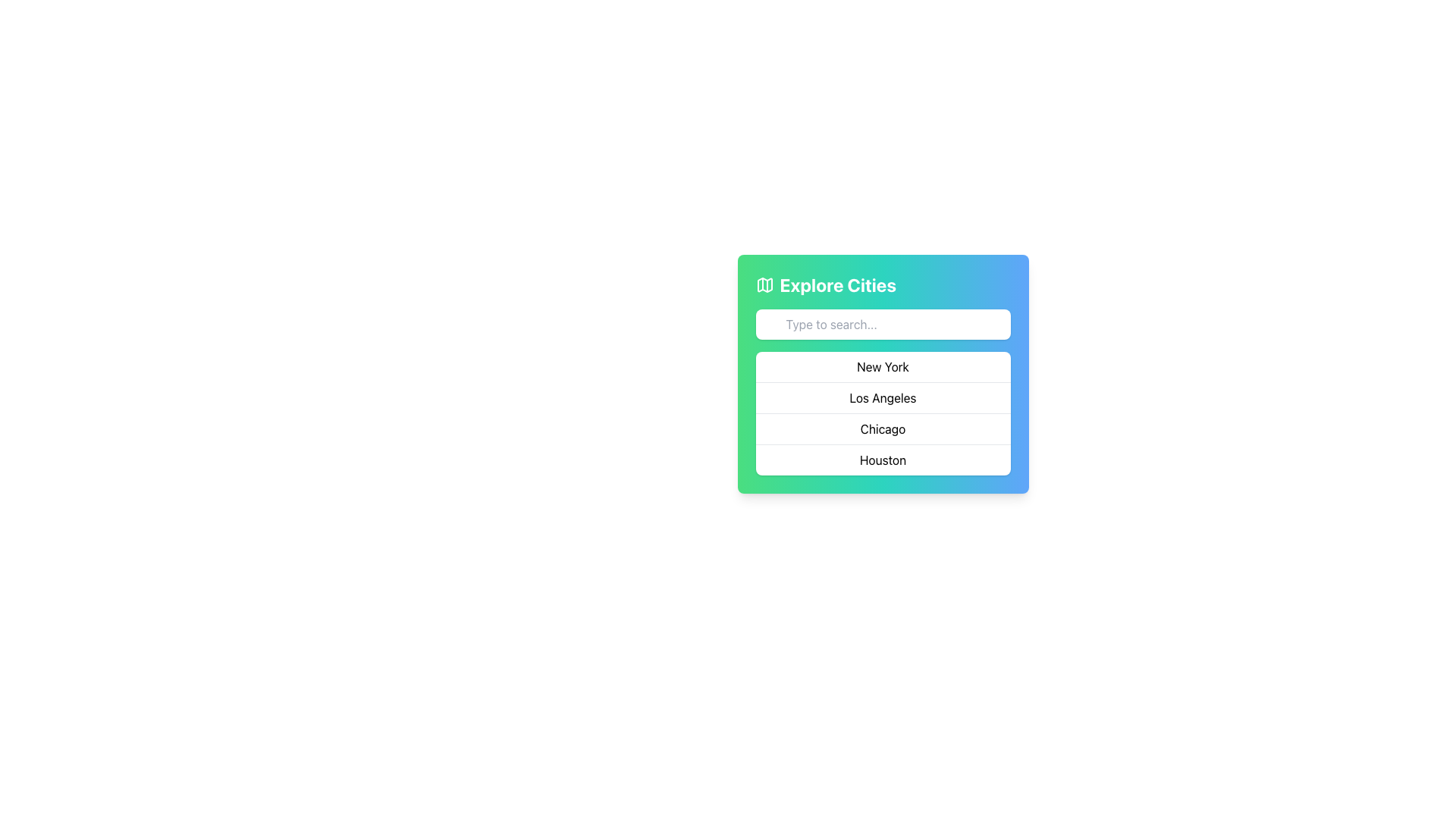  I want to click on to select the first item in the vertical list of city names, located directly under the 'Type to search...' input field, so click(883, 366).